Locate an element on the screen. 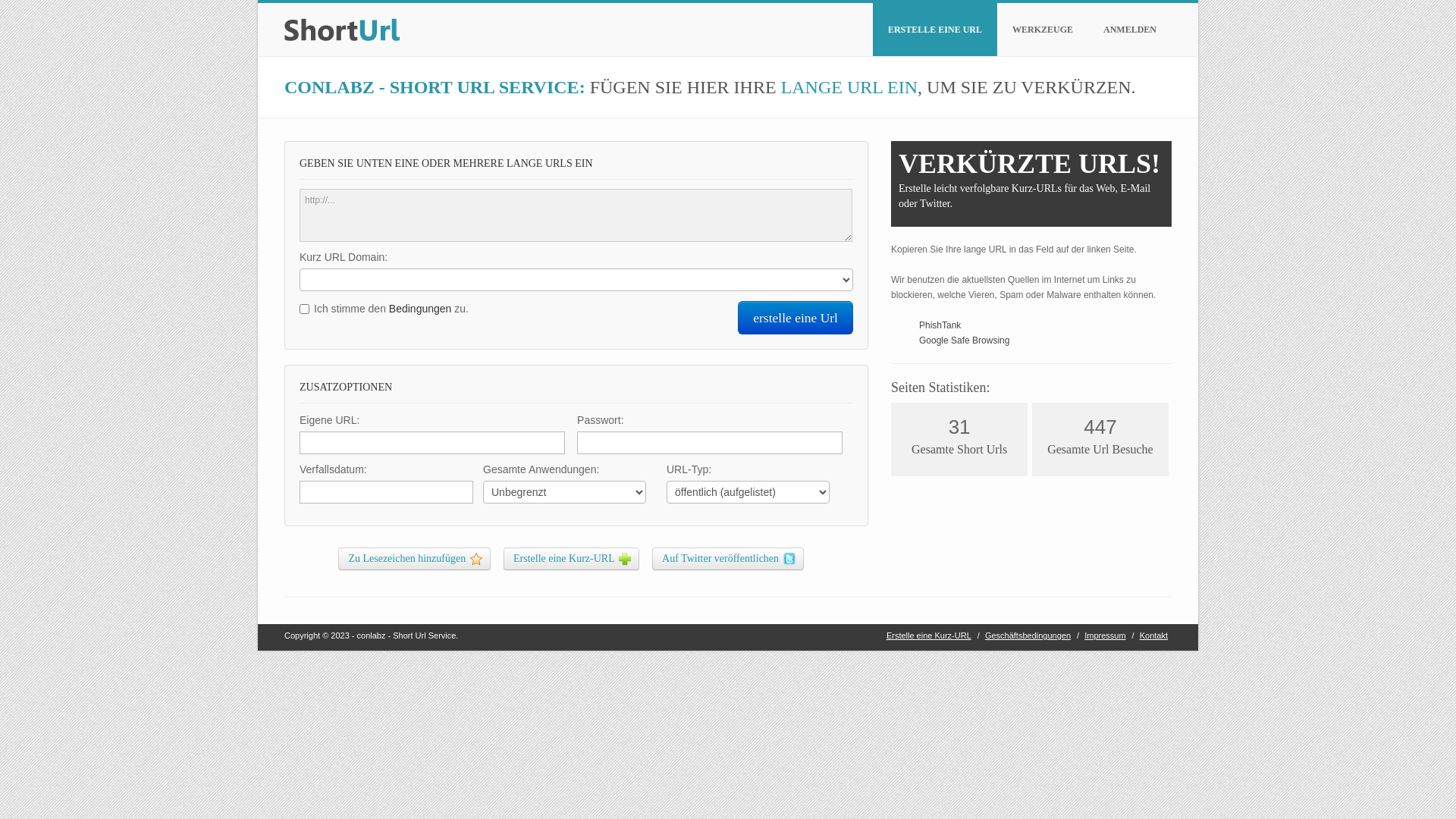 This screenshot has width=1456, height=819. 'Bedingungen' is located at coordinates (420, 308).